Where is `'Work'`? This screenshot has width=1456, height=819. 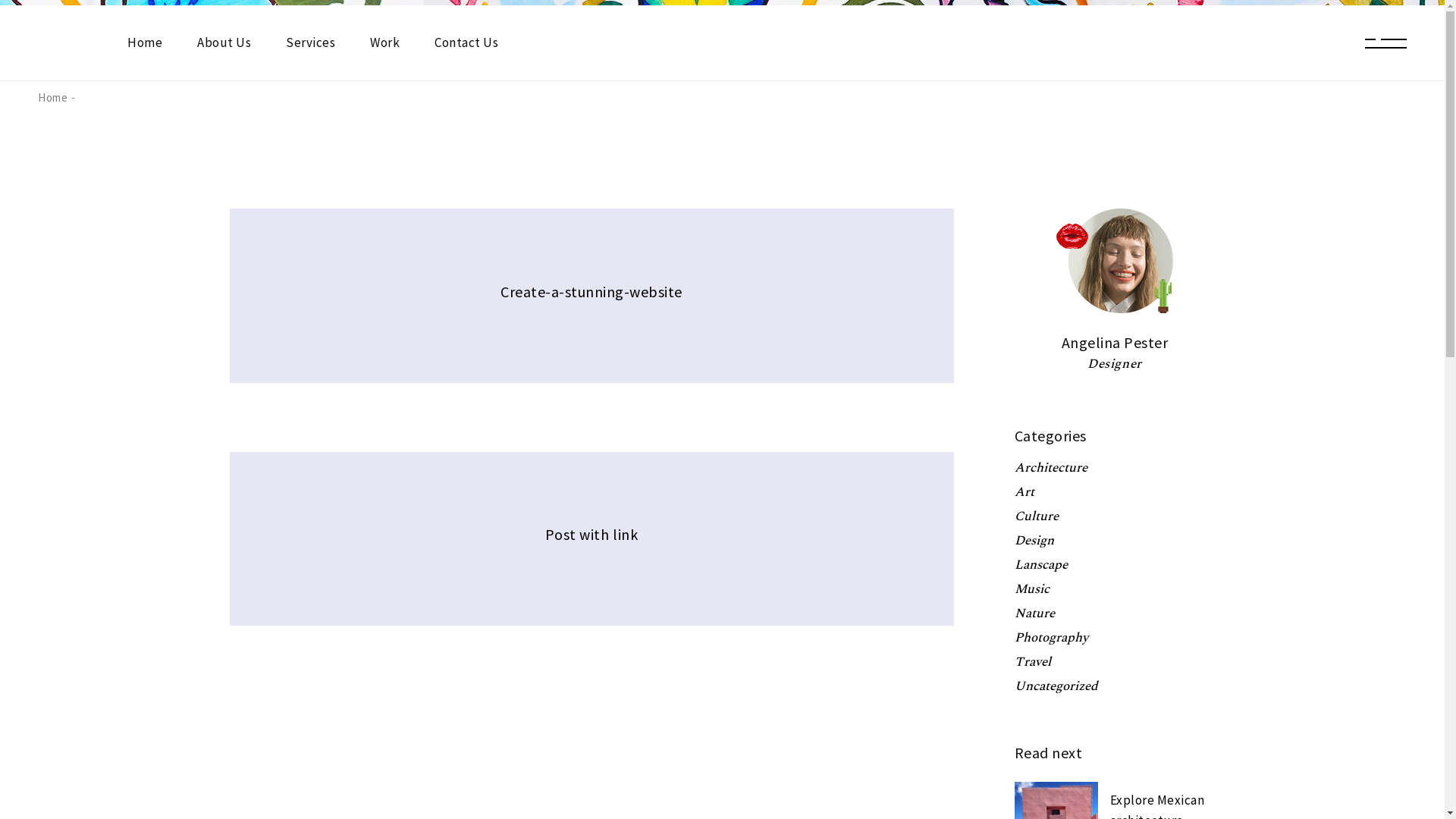 'Work' is located at coordinates (384, 42).